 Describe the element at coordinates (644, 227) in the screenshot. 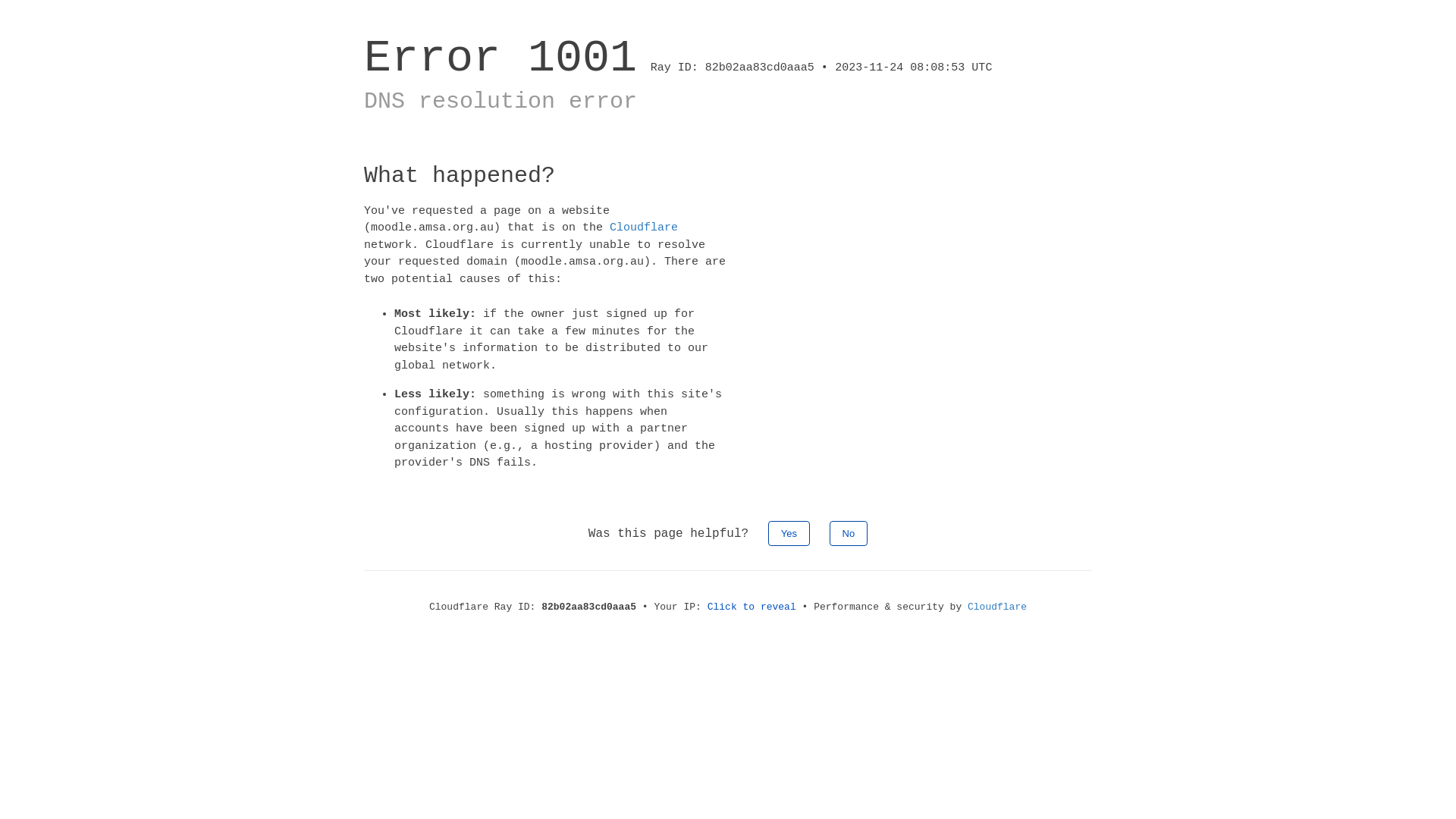

I see `'Cloudflare'` at that location.